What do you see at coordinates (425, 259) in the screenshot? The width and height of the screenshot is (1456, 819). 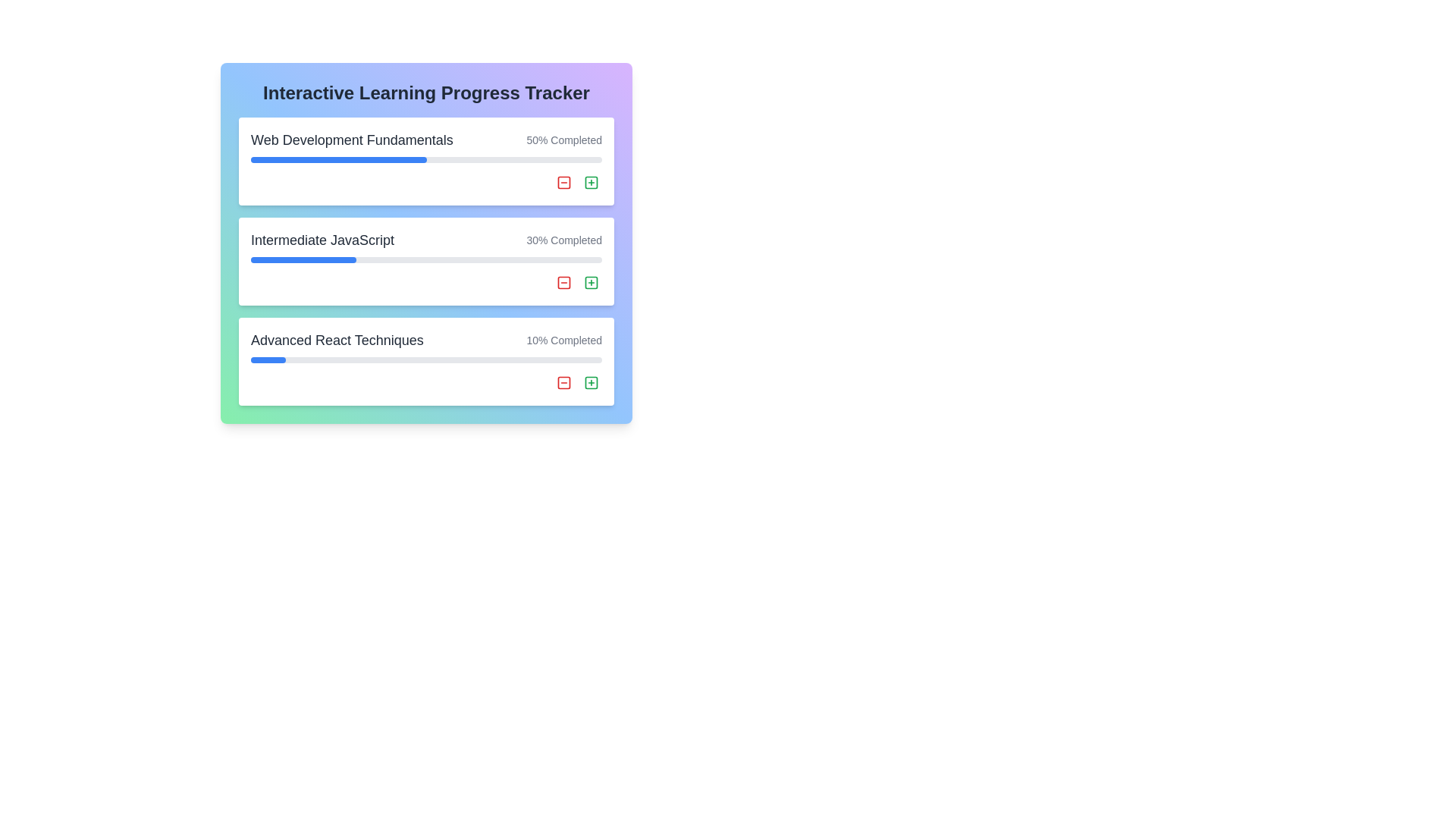 I see `the horizontal progress bar indicating progress for the 'Intermediate JavaScript' section in the 'Interactive Learning Progress Tracker'` at bounding box center [425, 259].